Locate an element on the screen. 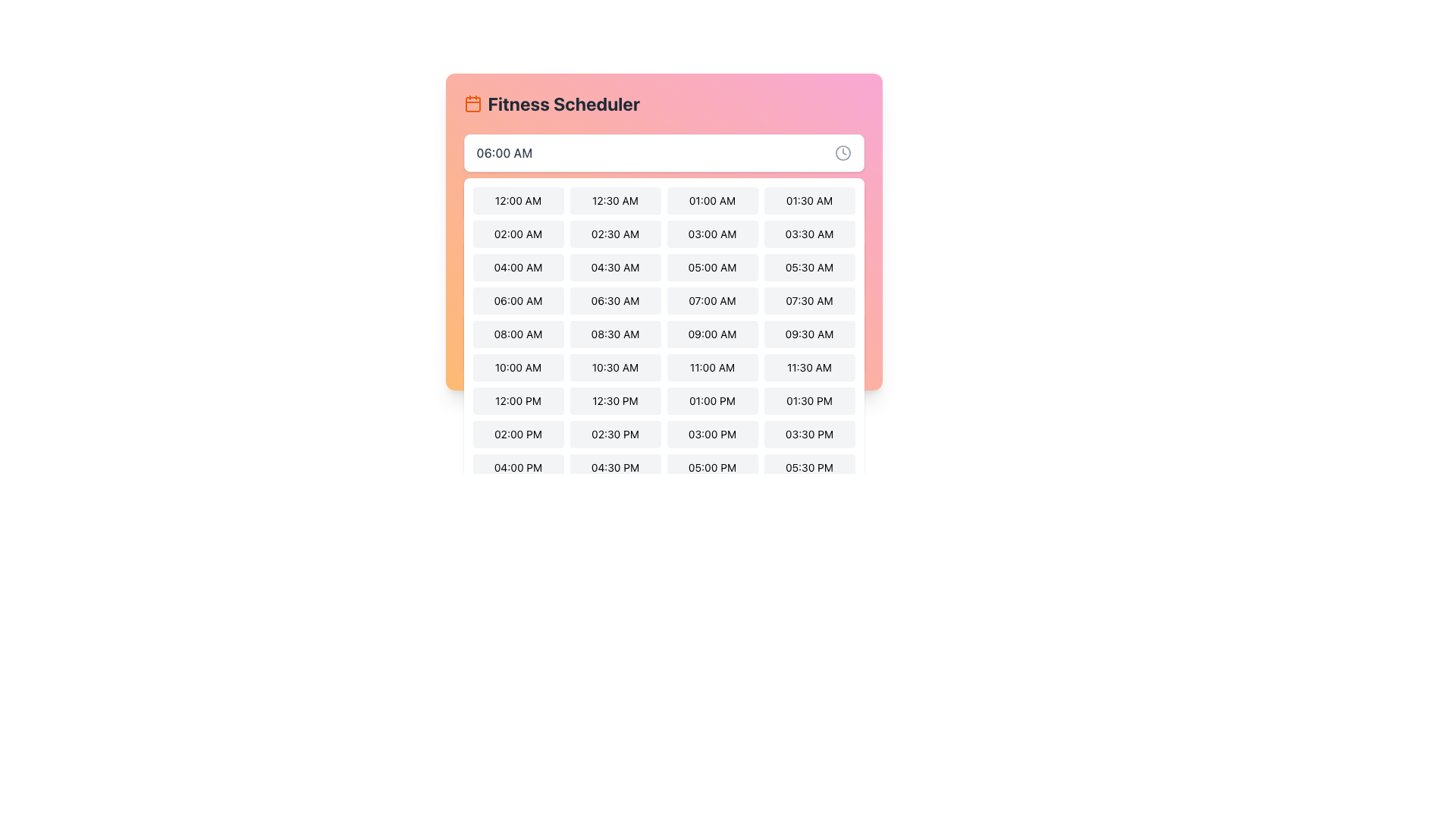  the button labeled '03:30 PM' located in the 4th column of the 8th row of the time slots grid in the Fitness Scheduler panel is located at coordinates (808, 435).